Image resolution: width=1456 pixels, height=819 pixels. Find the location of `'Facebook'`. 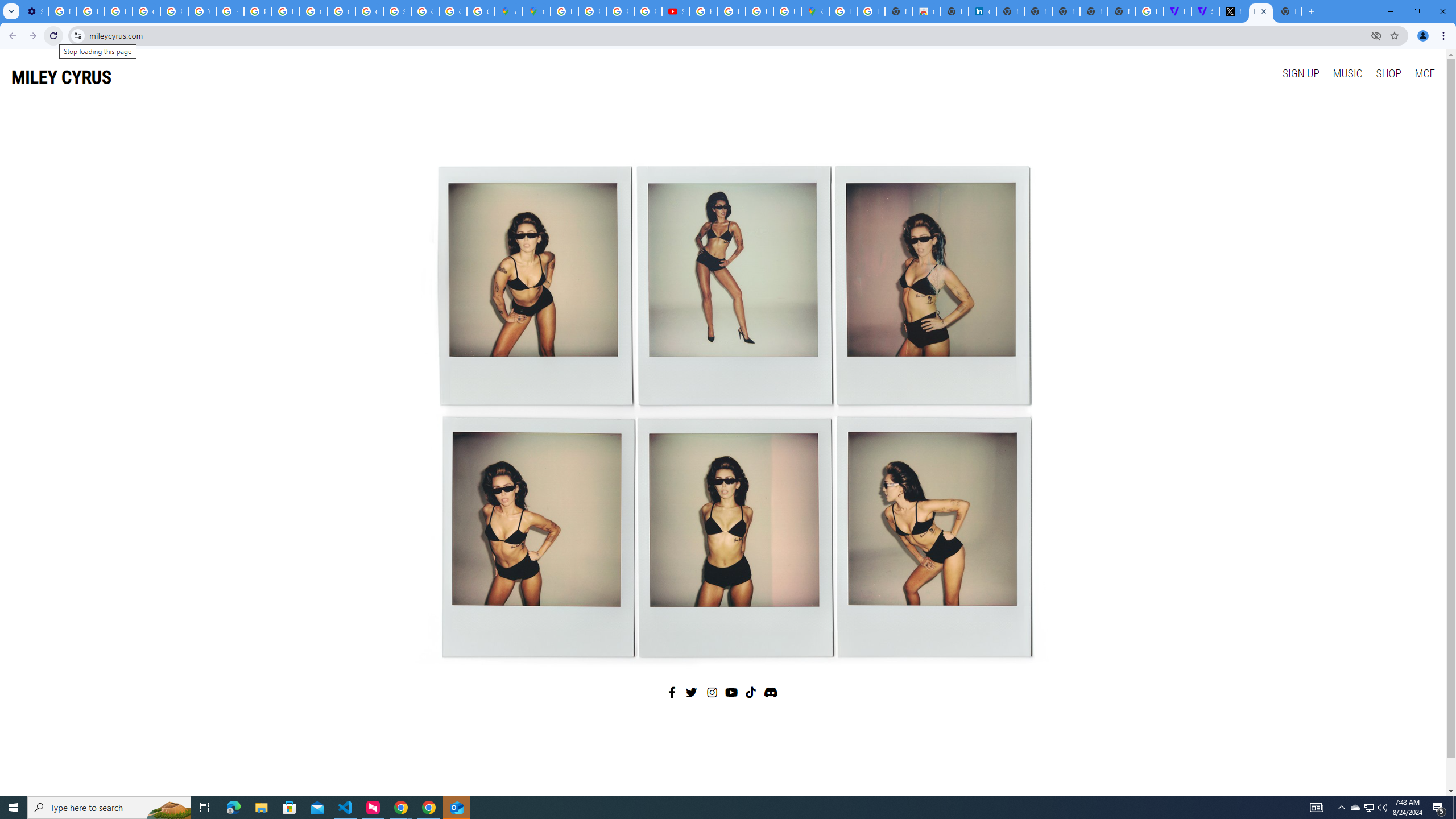

'Facebook' is located at coordinates (672, 692).